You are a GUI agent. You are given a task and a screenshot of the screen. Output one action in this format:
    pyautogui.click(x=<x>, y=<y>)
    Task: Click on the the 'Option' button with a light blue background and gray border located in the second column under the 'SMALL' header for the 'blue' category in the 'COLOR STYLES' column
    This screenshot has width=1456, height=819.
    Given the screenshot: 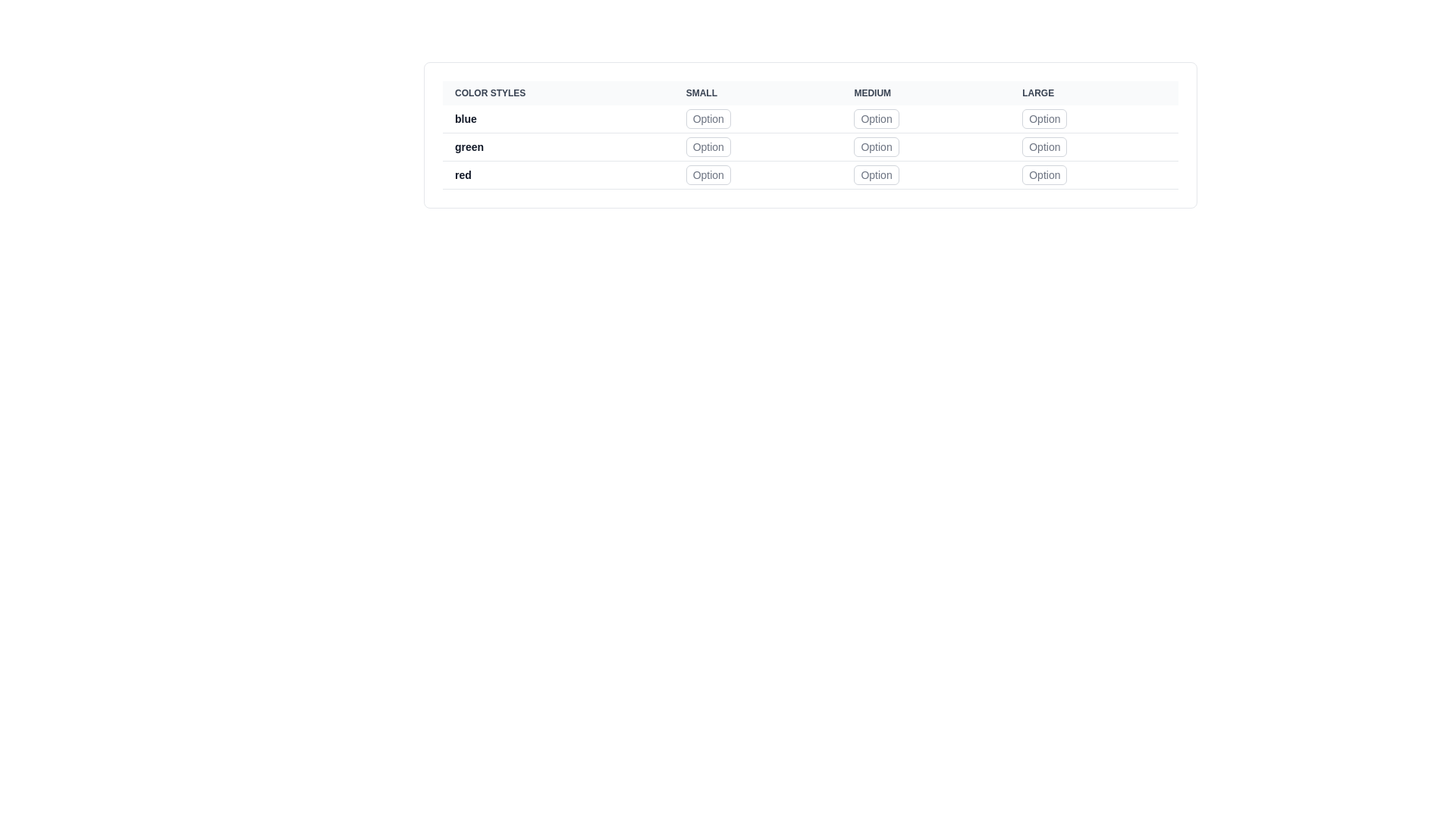 What is the action you would take?
    pyautogui.click(x=708, y=118)
    